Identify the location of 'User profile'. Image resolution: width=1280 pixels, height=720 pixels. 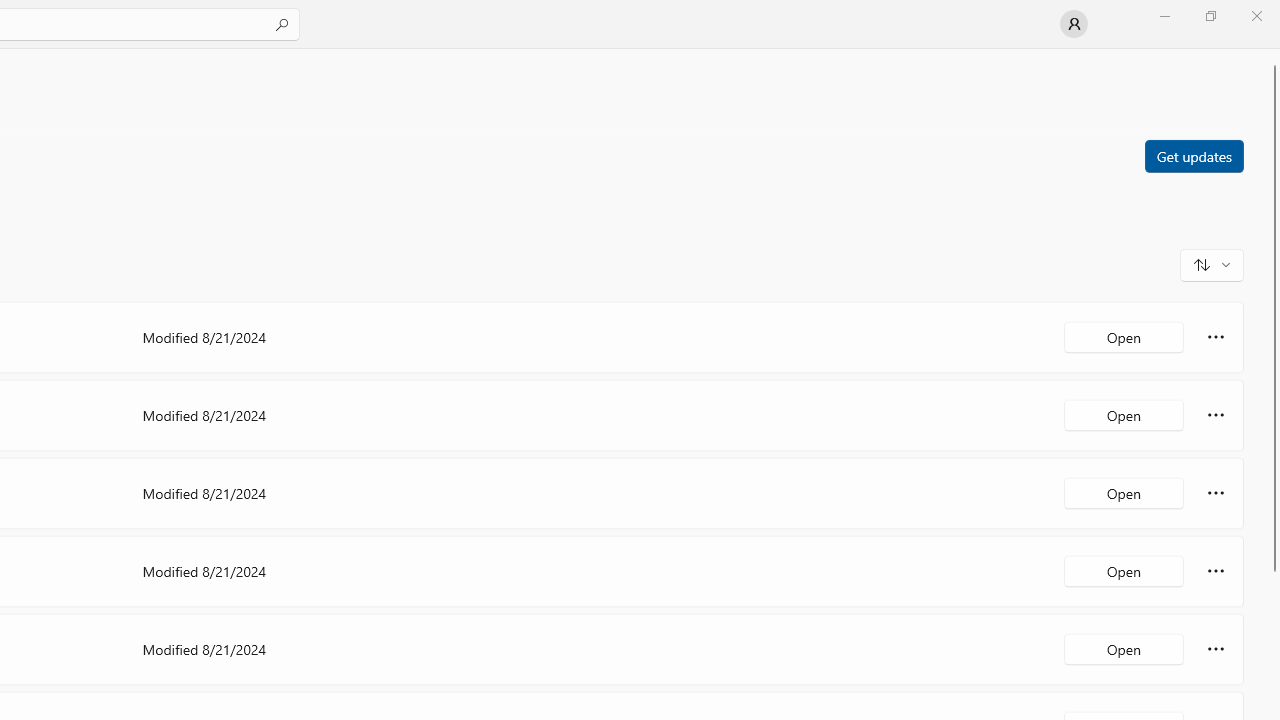
(1072, 24).